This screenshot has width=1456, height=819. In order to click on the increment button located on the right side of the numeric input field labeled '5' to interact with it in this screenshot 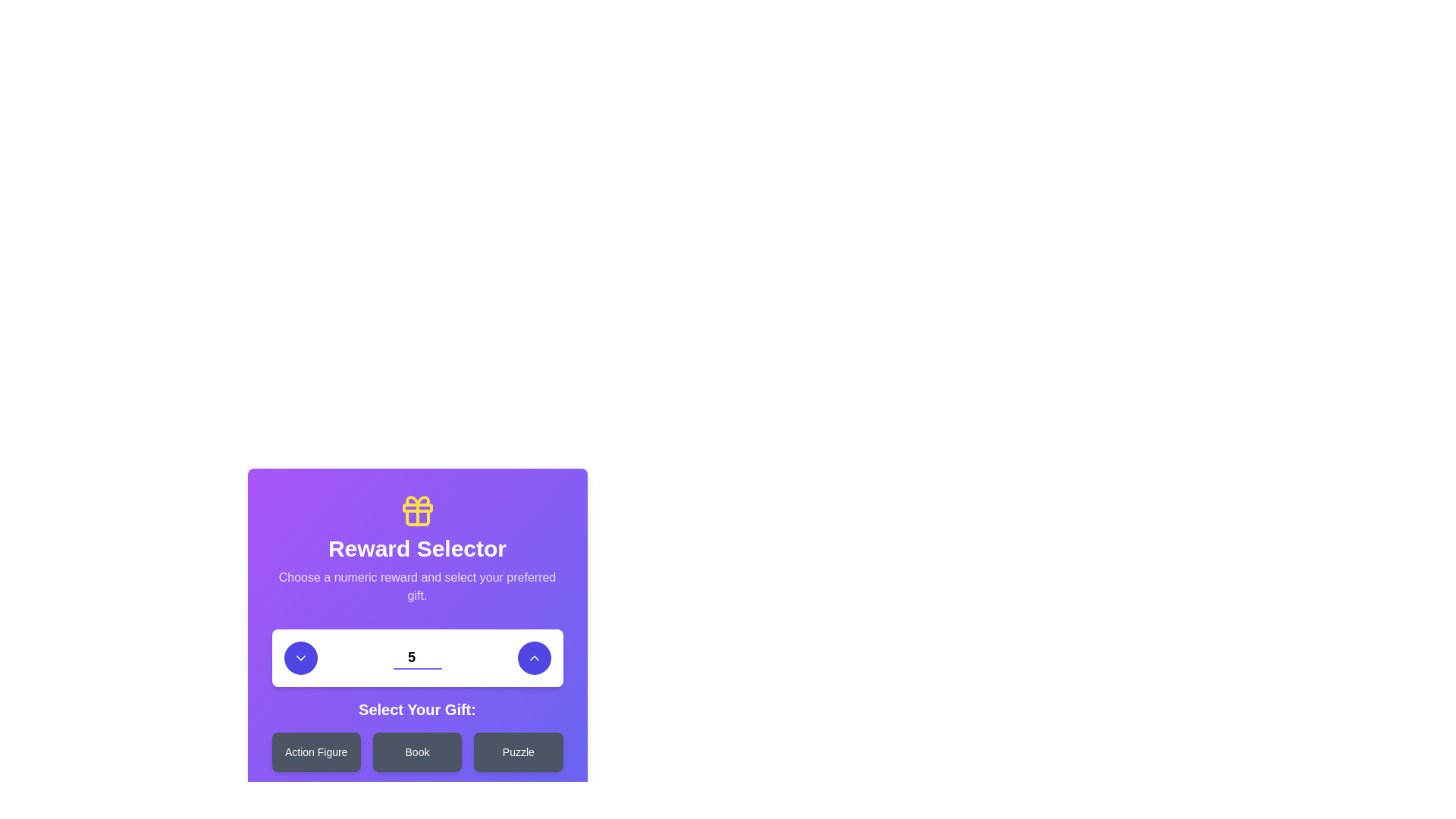, I will do `click(534, 657)`.